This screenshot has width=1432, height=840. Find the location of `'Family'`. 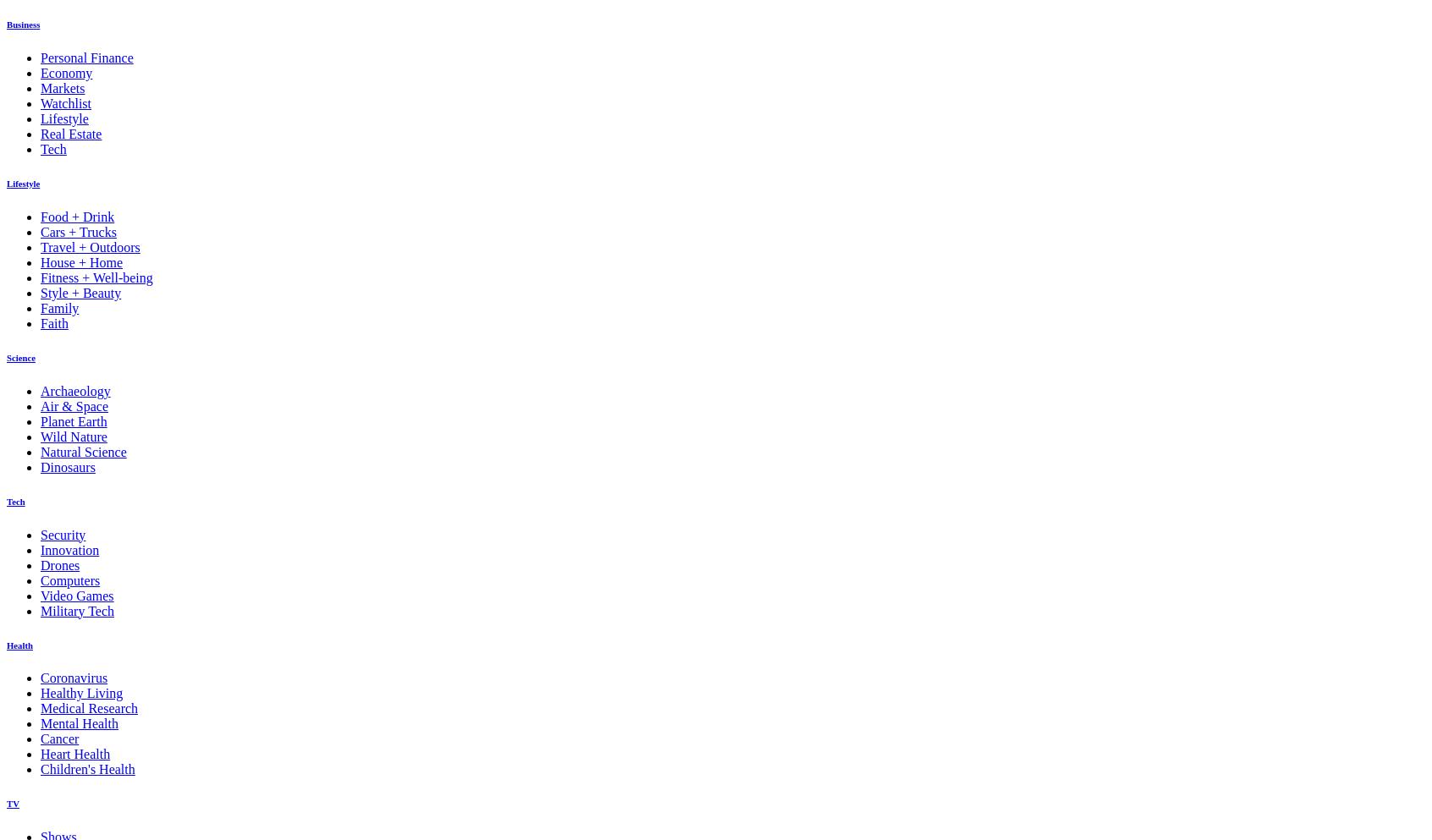

'Family' is located at coordinates (40, 307).